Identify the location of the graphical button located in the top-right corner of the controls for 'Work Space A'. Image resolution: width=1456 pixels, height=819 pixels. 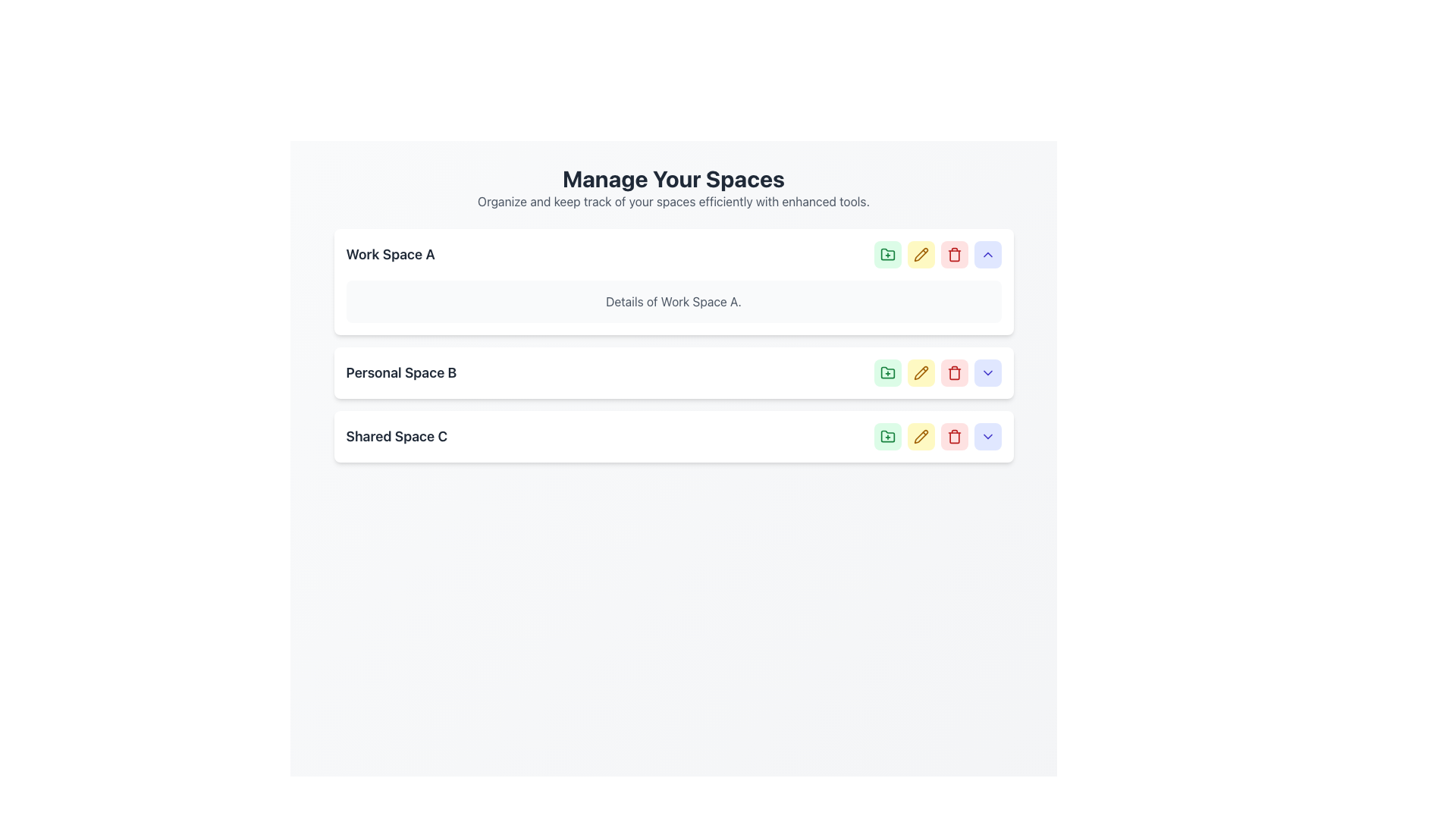
(887, 253).